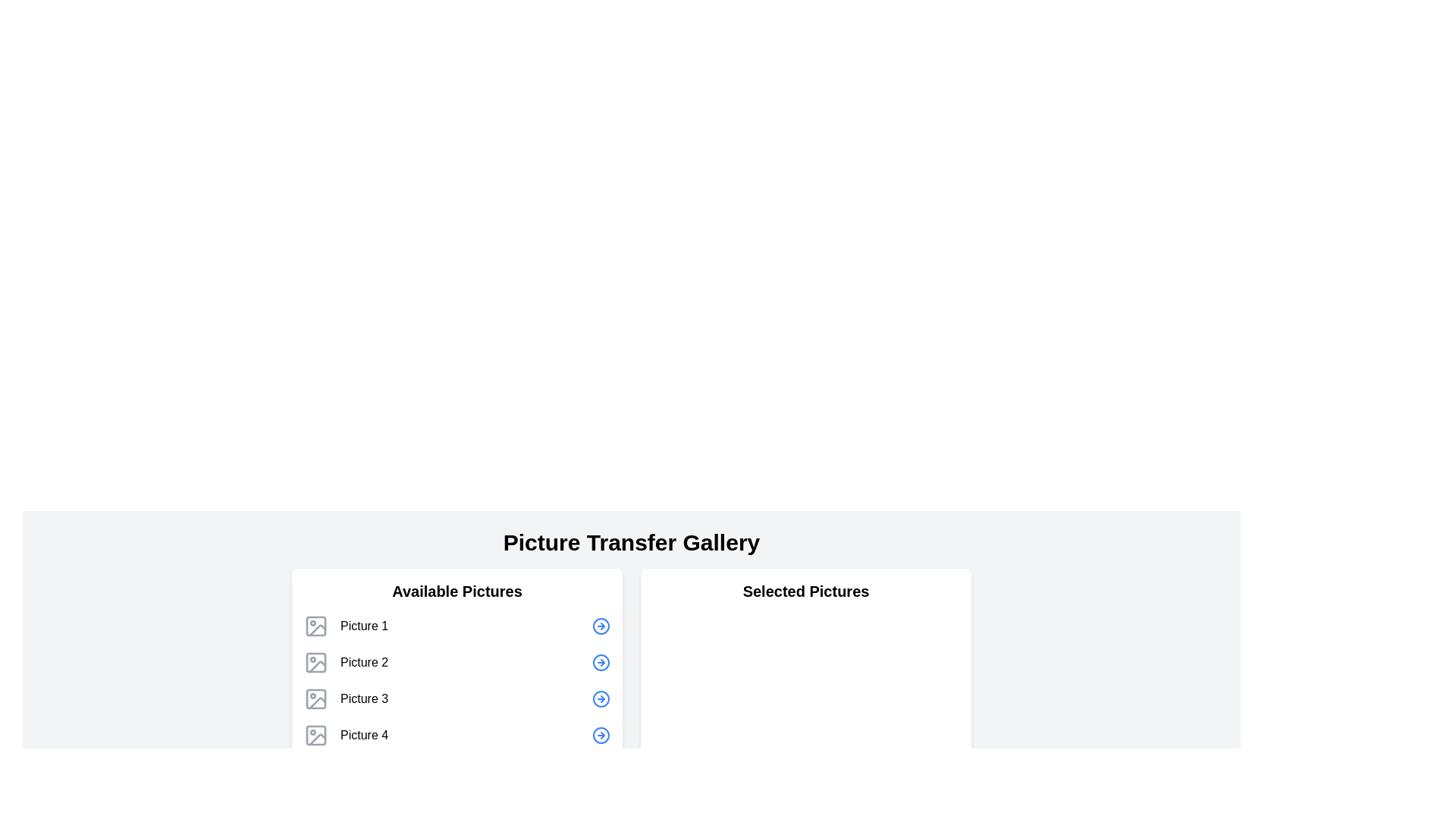  Describe the element at coordinates (600, 662) in the screenshot. I see `the circular arrow icon pointing to the right, styled in blue, located next to 'Picture 2' in the 'Available Pictures' section` at that location.